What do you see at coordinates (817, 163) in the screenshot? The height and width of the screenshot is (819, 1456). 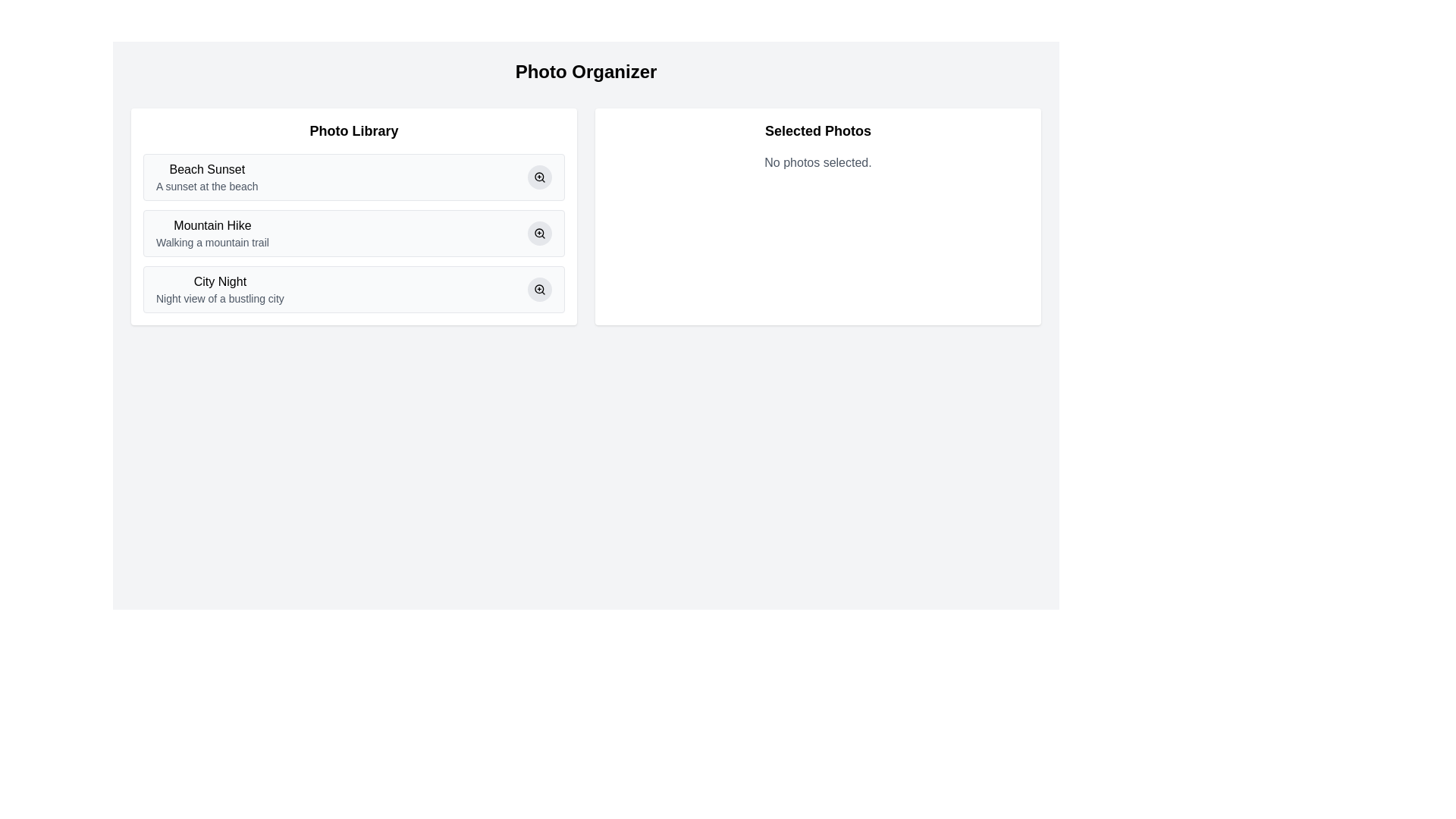 I see `the text element that informs the user that no photos have been selected yet, located in the right panel labeled 'Selected Photos' directly below the header` at bounding box center [817, 163].